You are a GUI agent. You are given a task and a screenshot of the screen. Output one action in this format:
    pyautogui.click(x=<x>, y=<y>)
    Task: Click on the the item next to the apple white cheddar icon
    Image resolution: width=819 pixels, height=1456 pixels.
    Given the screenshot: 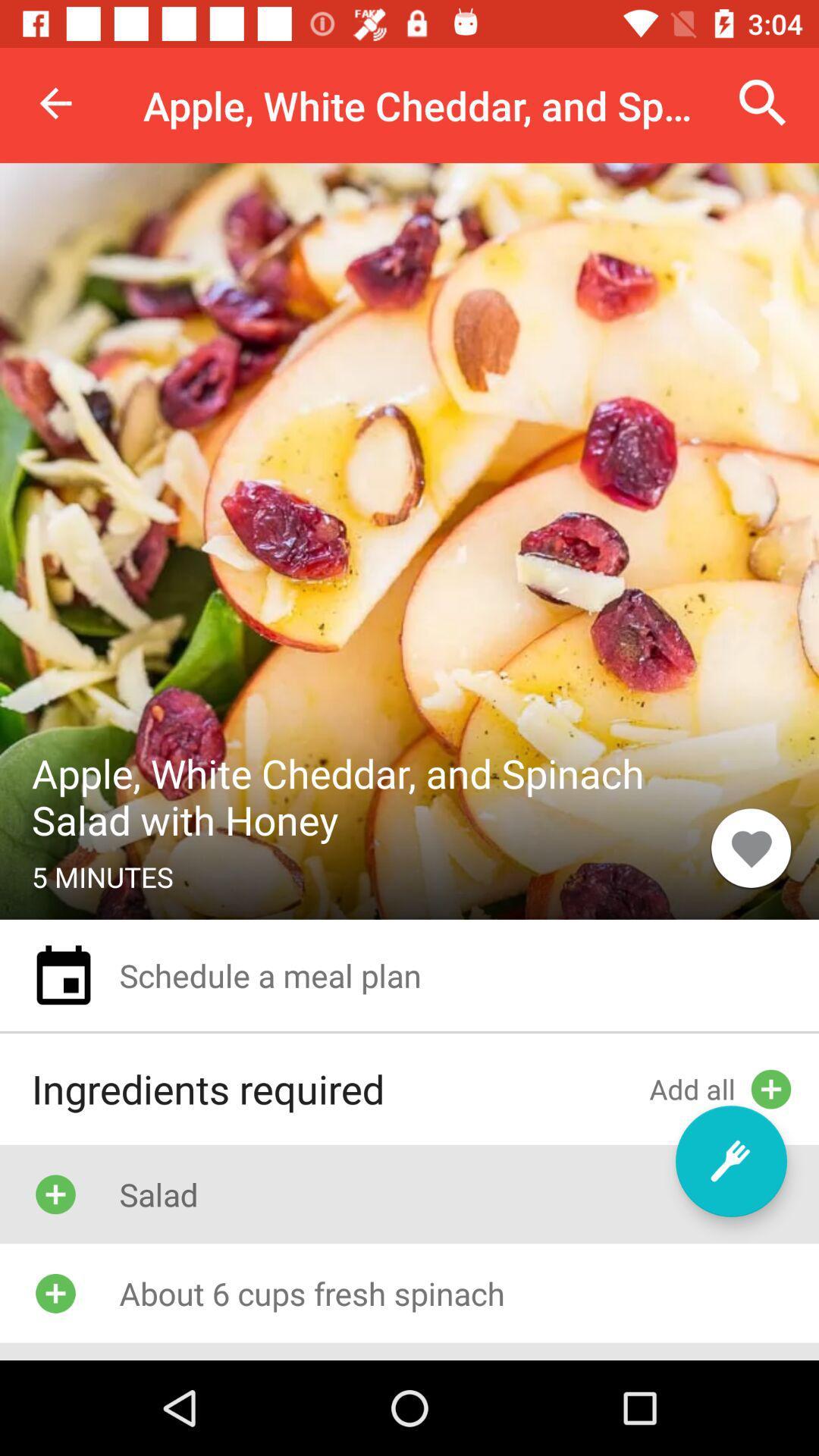 What is the action you would take?
    pyautogui.click(x=763, y=102)
    